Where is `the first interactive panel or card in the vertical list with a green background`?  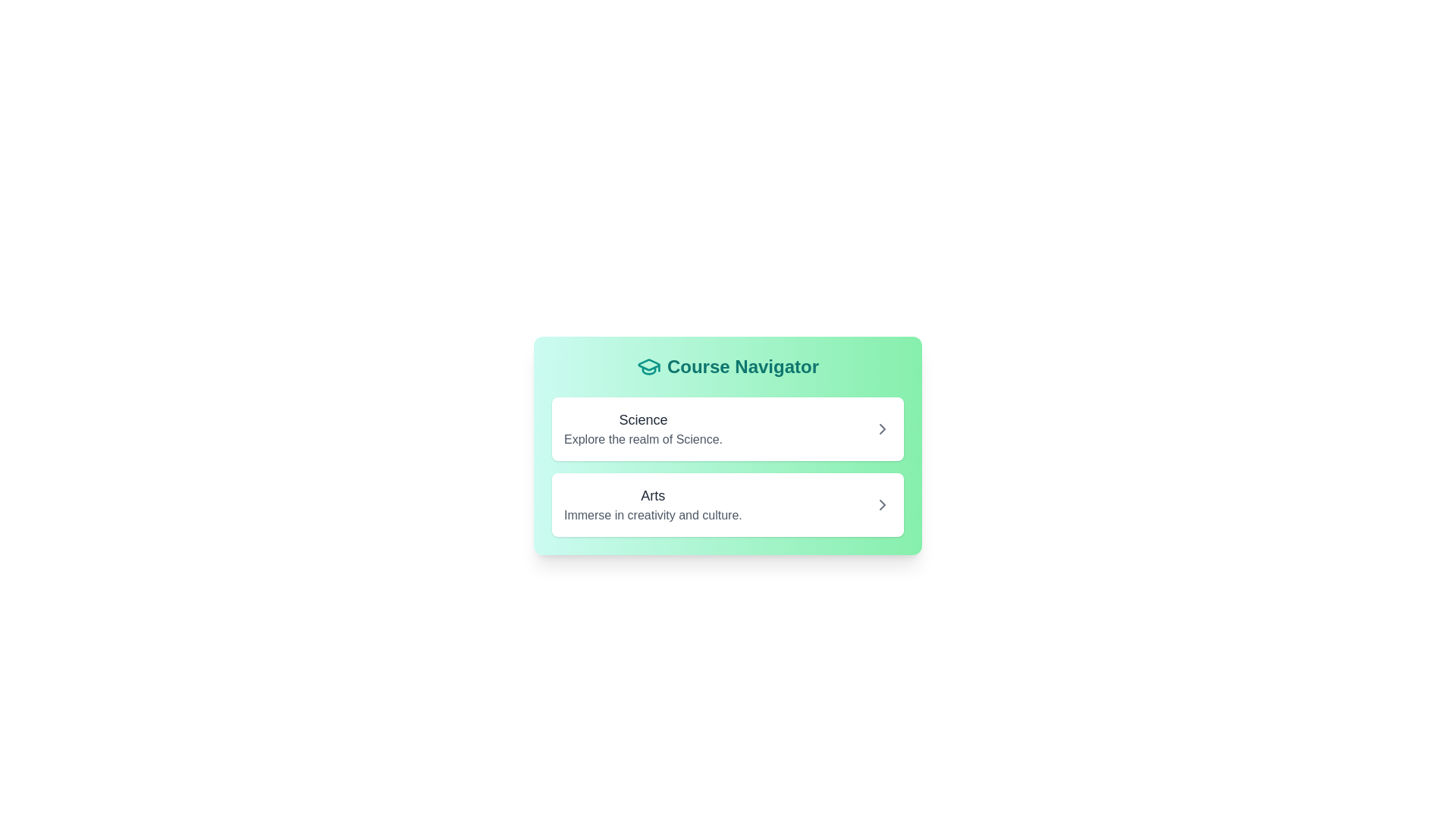
the first interactive panel or card in the vertical list with a green background is located at coordinates (728, 429).